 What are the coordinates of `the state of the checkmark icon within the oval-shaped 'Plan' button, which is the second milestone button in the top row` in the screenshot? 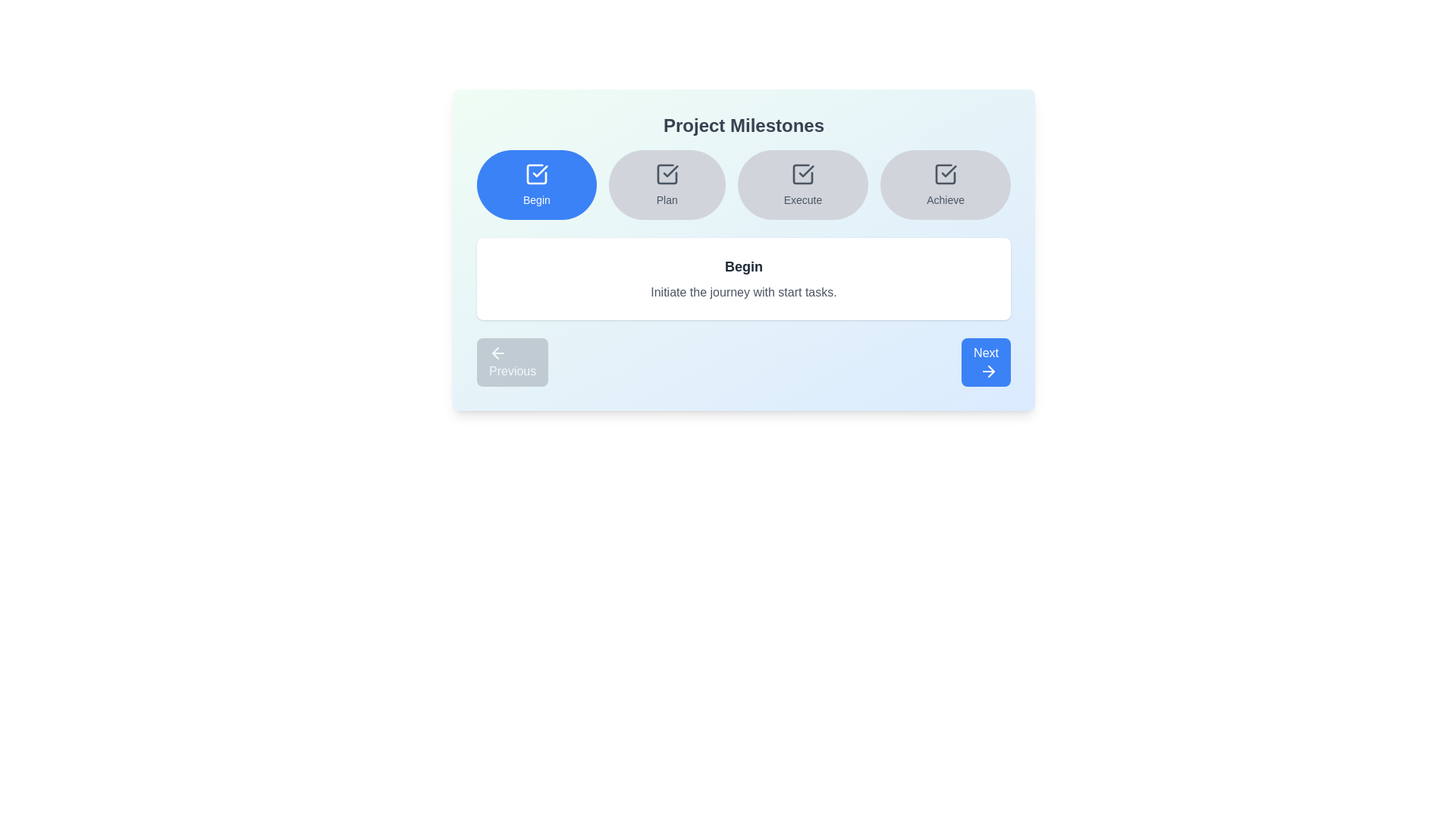 It's located at (670, 171).